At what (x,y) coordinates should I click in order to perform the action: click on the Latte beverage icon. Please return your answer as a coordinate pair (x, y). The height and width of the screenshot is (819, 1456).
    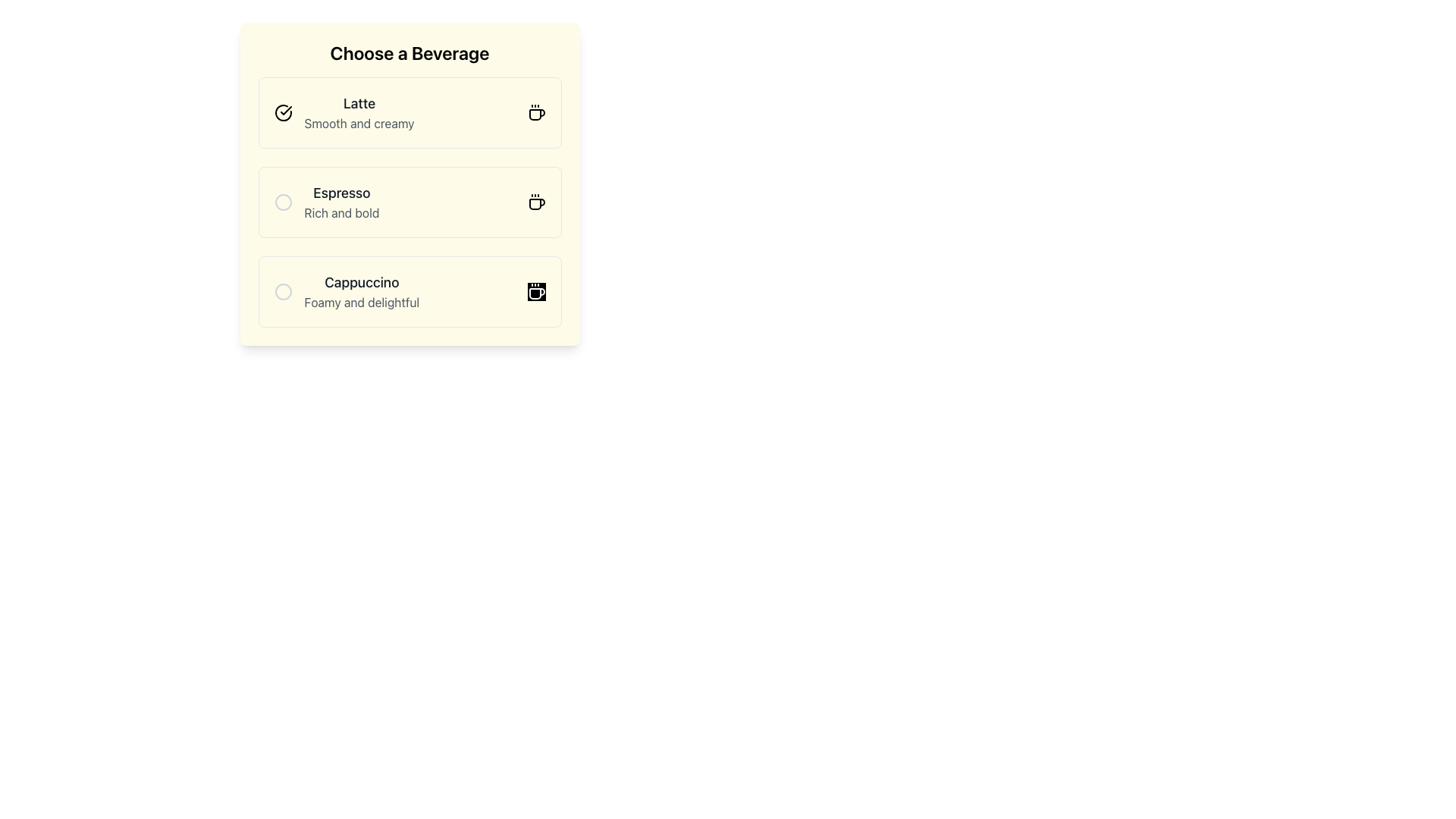
    Looking at the image, I should click on (536, 112).